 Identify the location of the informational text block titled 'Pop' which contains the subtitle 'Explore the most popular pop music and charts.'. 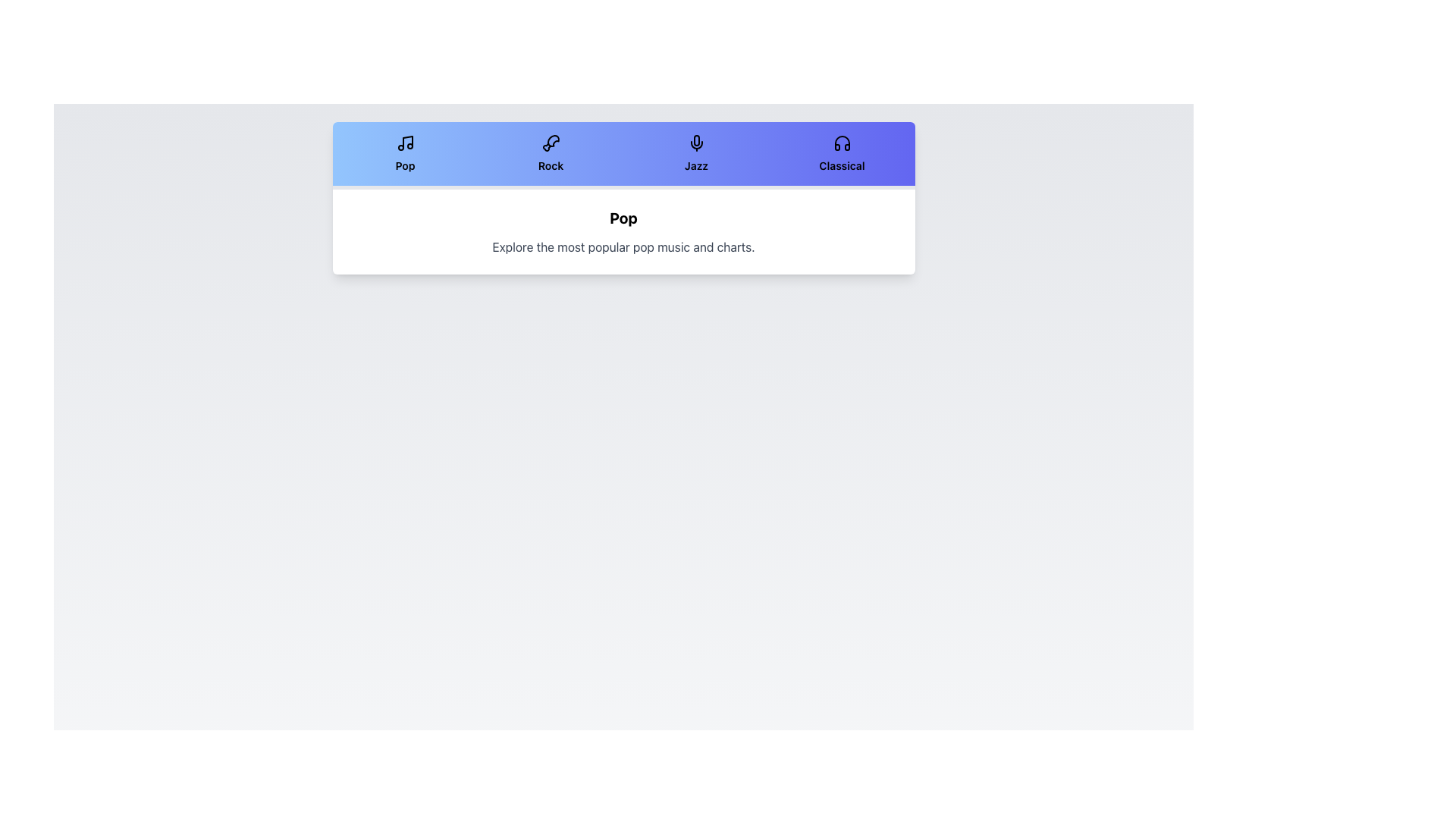
(623, 231).